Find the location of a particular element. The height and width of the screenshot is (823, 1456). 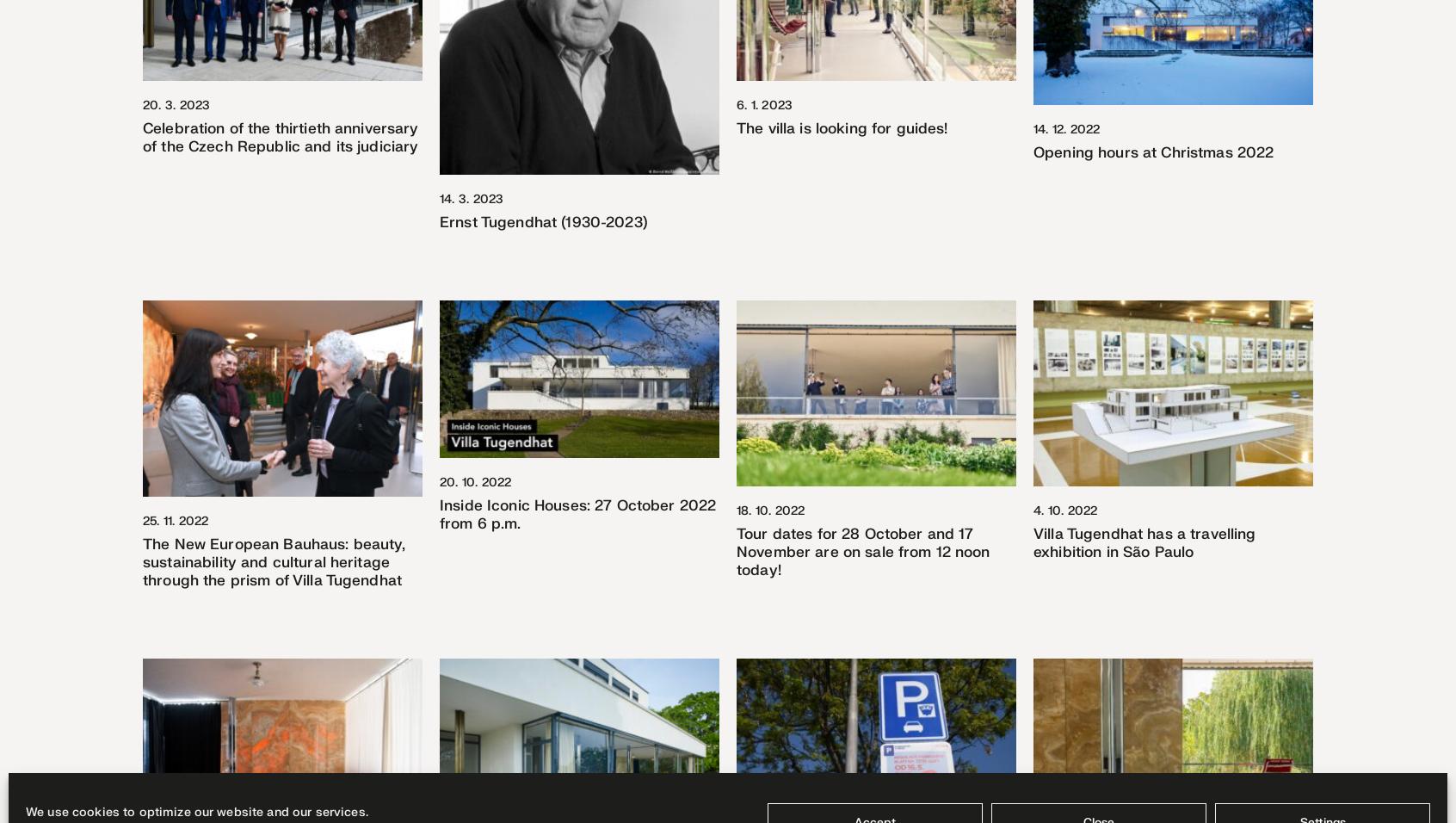

'Inside Iconic Houses: 27 October 2022 from 6 p.m.' is located at coordinates (439, 513).